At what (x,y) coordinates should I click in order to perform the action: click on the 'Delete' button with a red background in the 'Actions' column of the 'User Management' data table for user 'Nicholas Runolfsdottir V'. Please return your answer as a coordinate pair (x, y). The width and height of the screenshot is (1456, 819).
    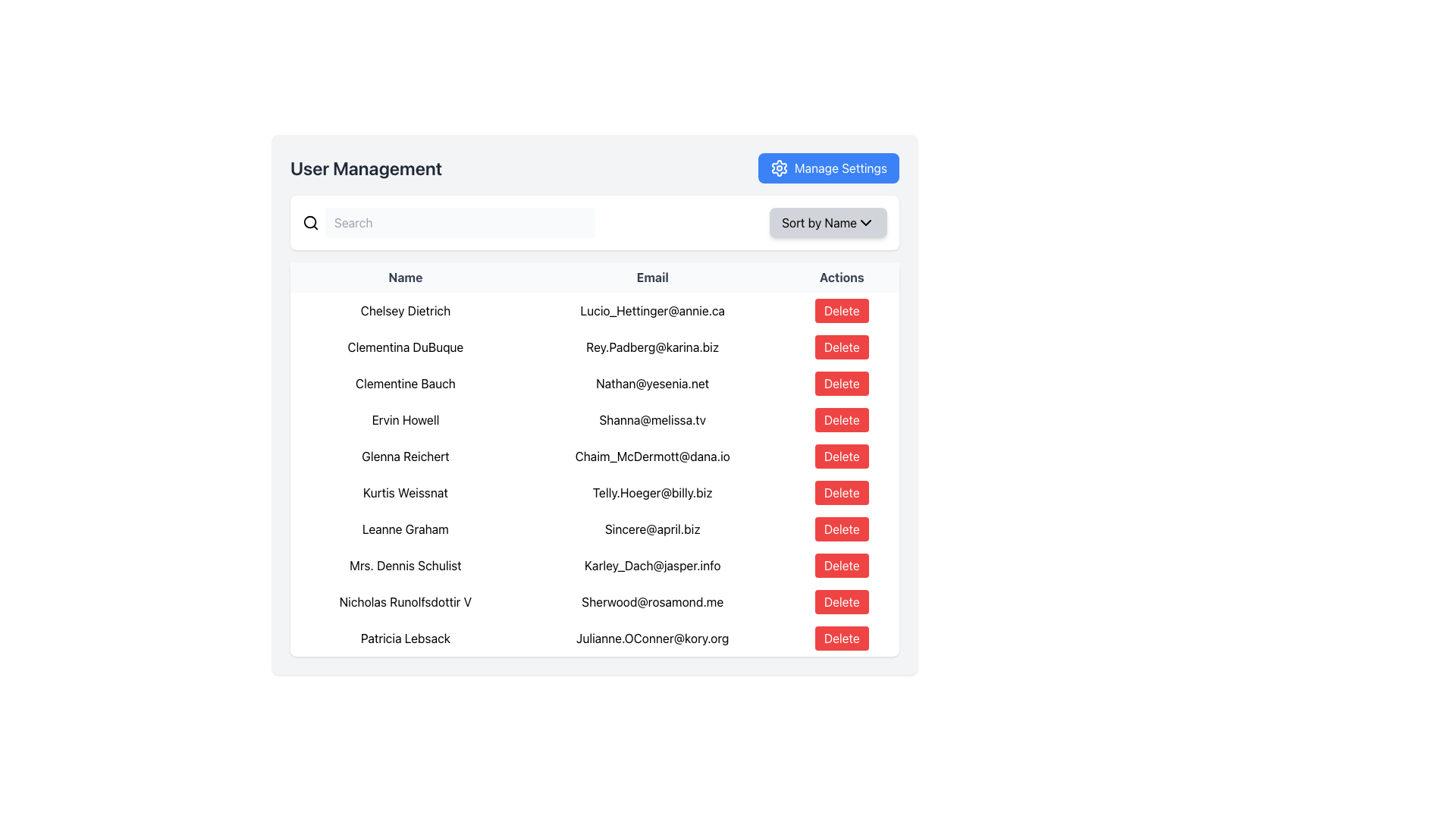
    Looking at the image, I should click on (841, 601).